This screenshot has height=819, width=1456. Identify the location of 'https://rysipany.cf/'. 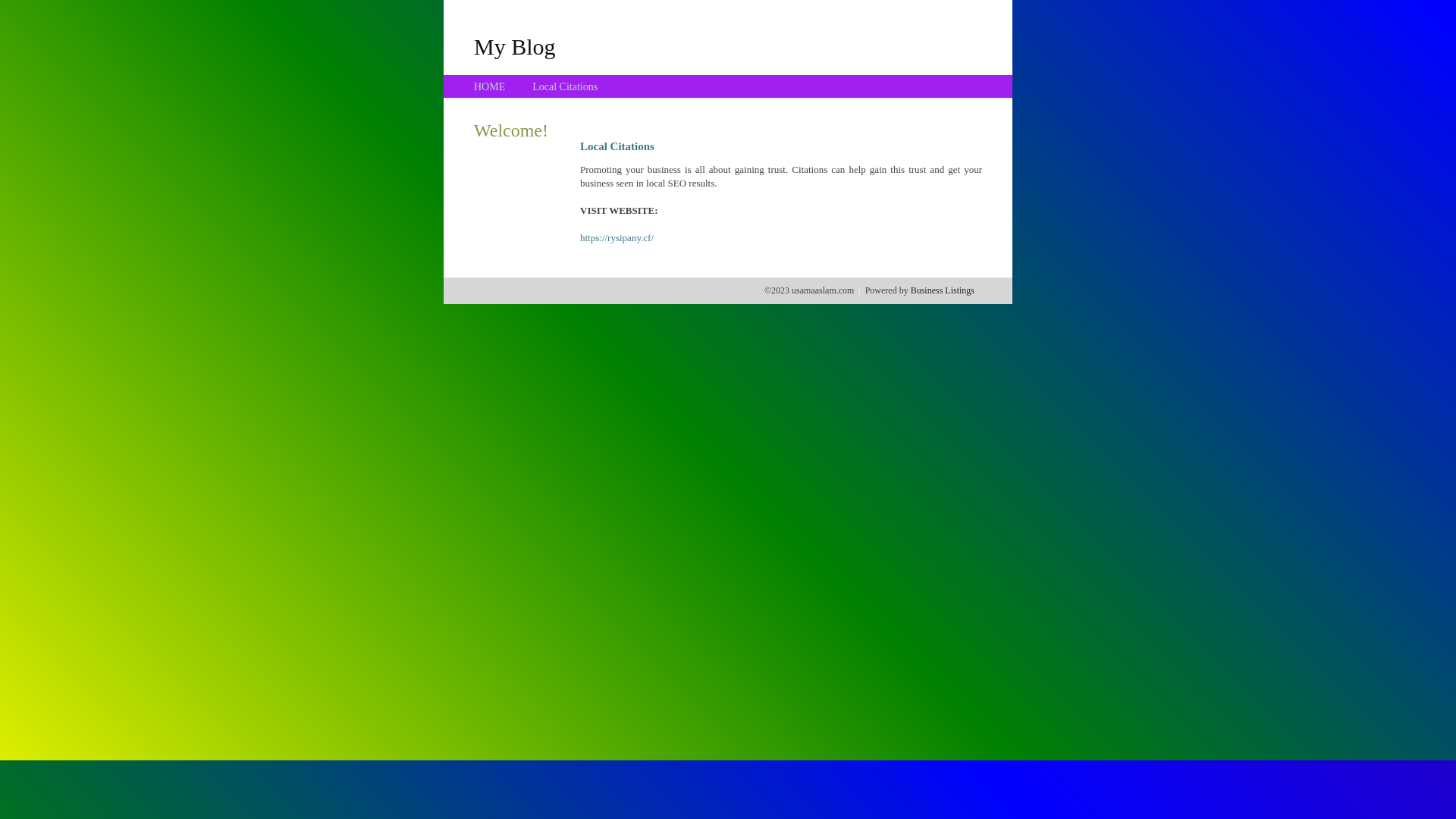
(617, 237).